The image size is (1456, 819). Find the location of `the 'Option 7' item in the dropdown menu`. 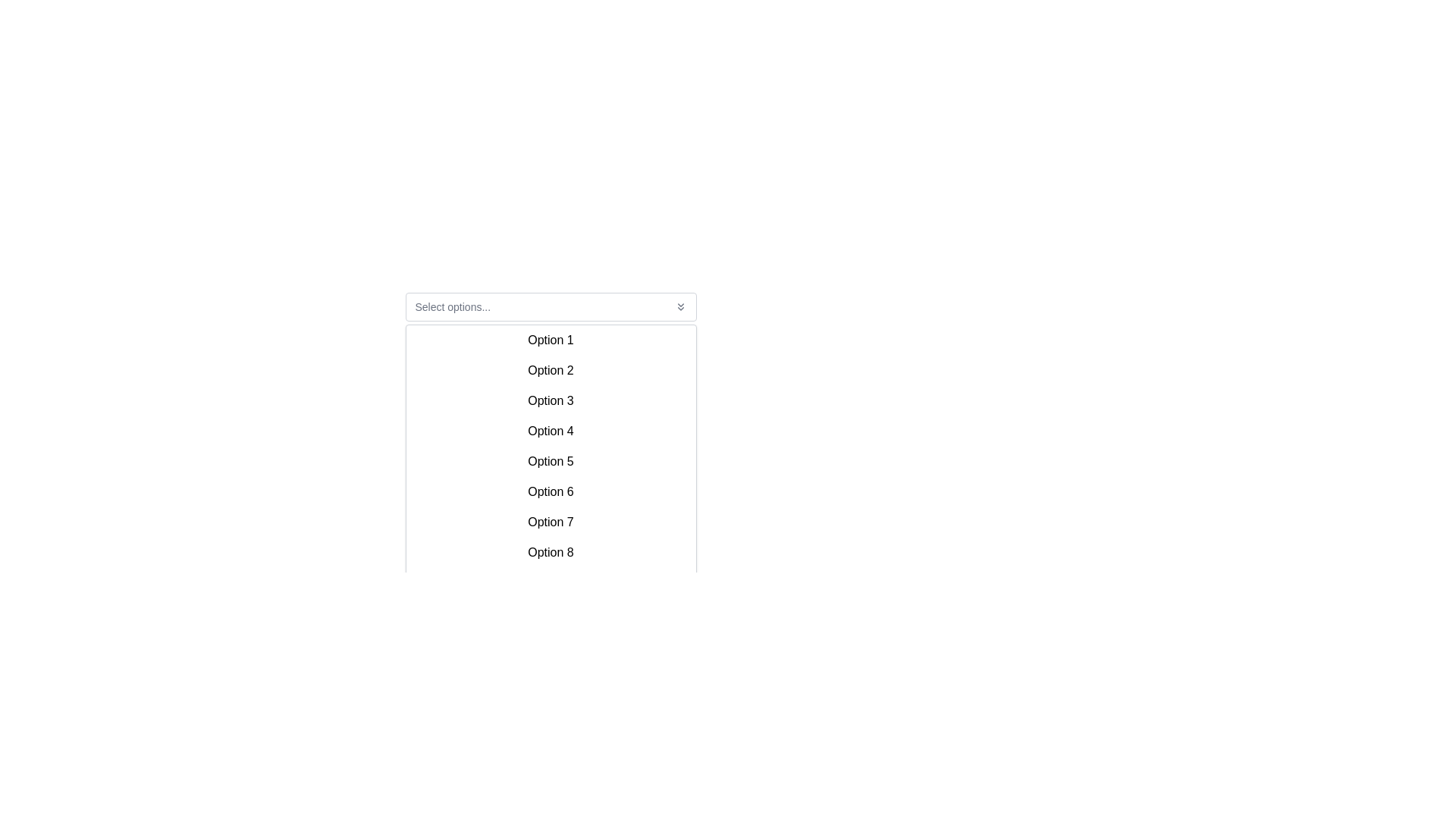

the 'Option 7' item in the dropdown menu is located at coordinates (550, 522).